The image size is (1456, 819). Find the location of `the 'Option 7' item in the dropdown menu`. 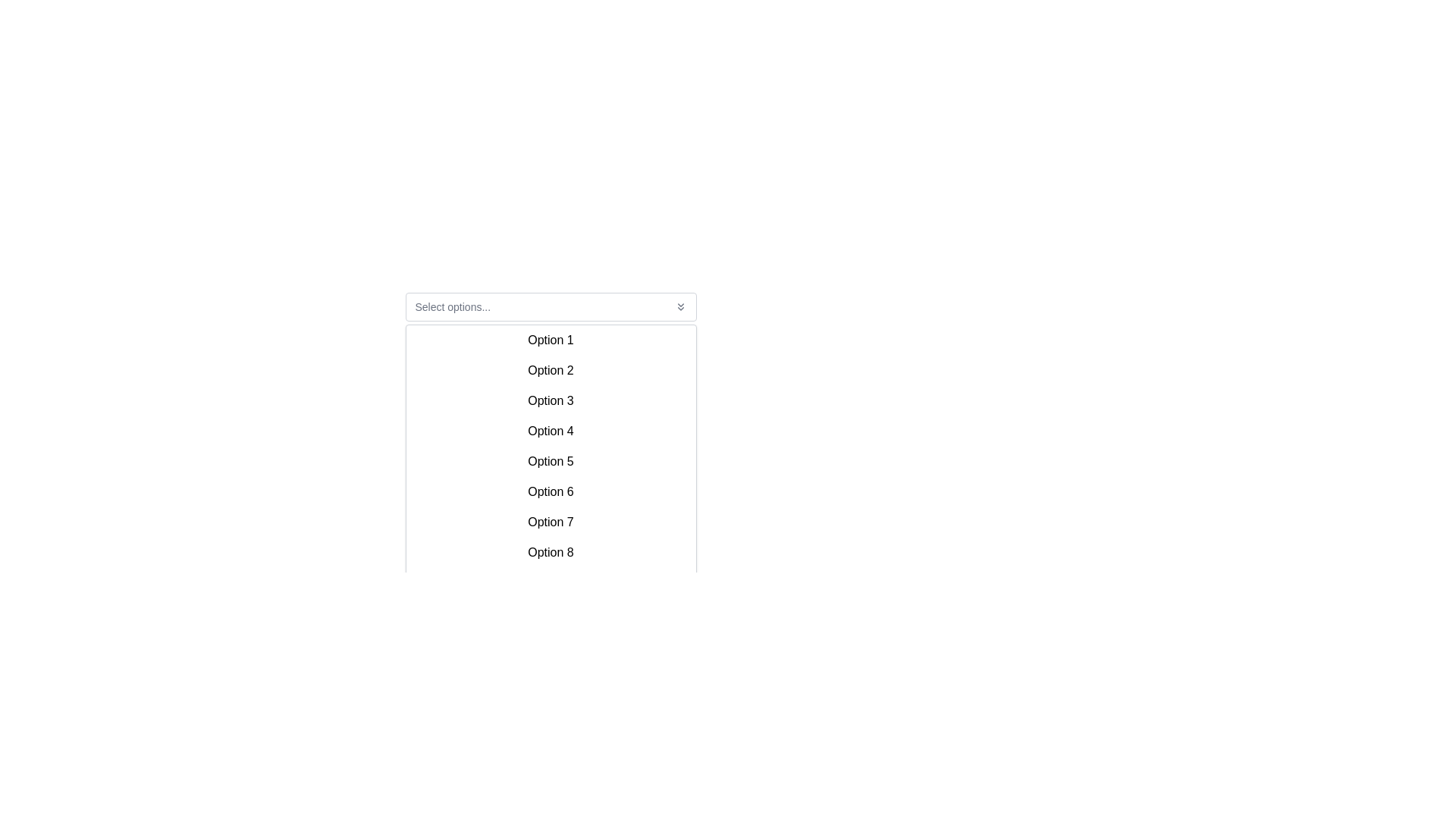

the 'Option 7' item in the dropdown menu is located at coordinates (550, 522).